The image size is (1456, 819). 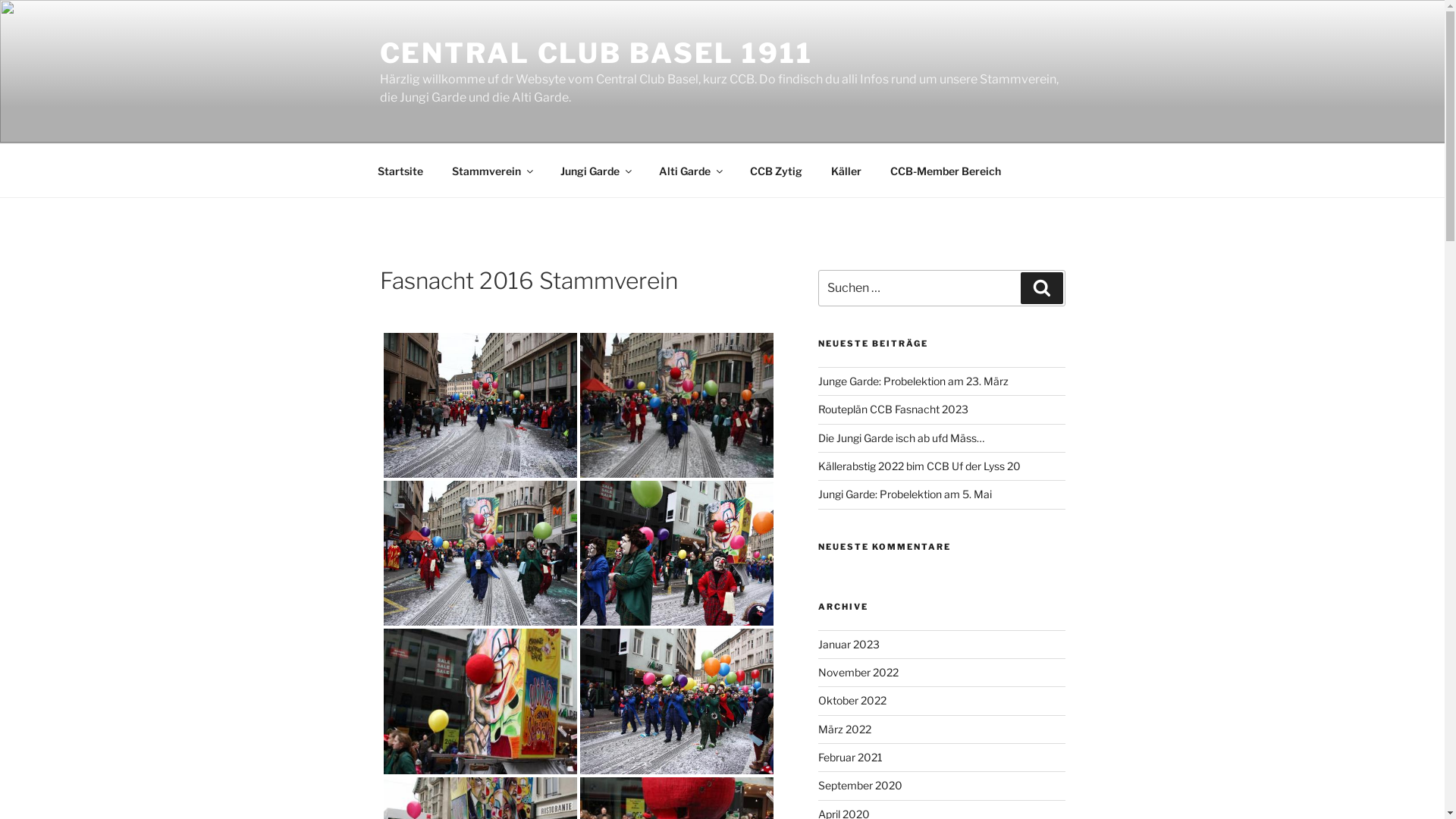 What do you see at coordinates (858, 671) in the screenshot?
I see `'November 2022'` at bounding box center [858, 671].